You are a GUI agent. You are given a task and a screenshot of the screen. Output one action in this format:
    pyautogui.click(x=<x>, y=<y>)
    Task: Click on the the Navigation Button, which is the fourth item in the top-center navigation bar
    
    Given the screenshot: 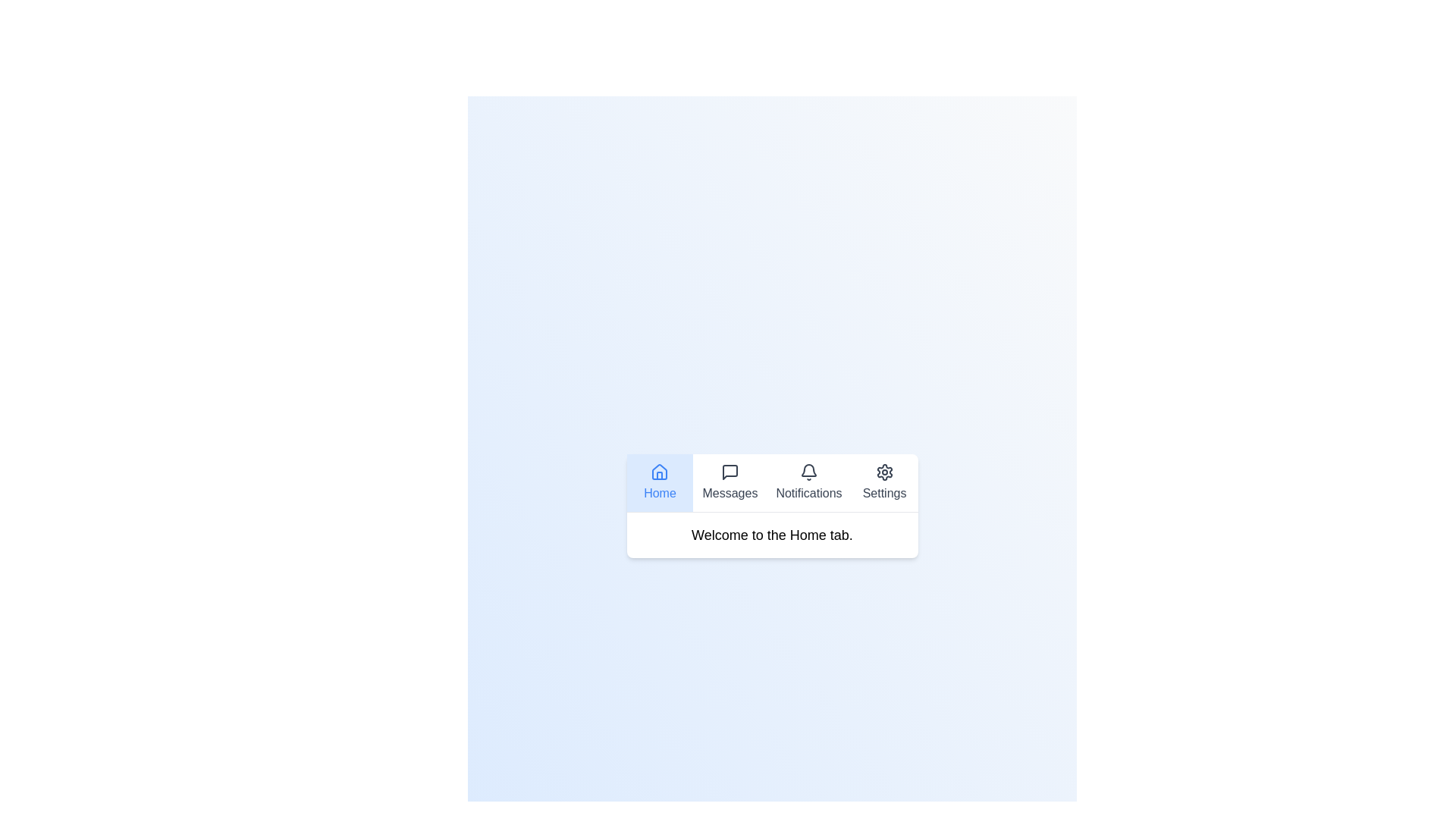 What is the action you would take?
    pyautogui.click(x=884, y=482)
    